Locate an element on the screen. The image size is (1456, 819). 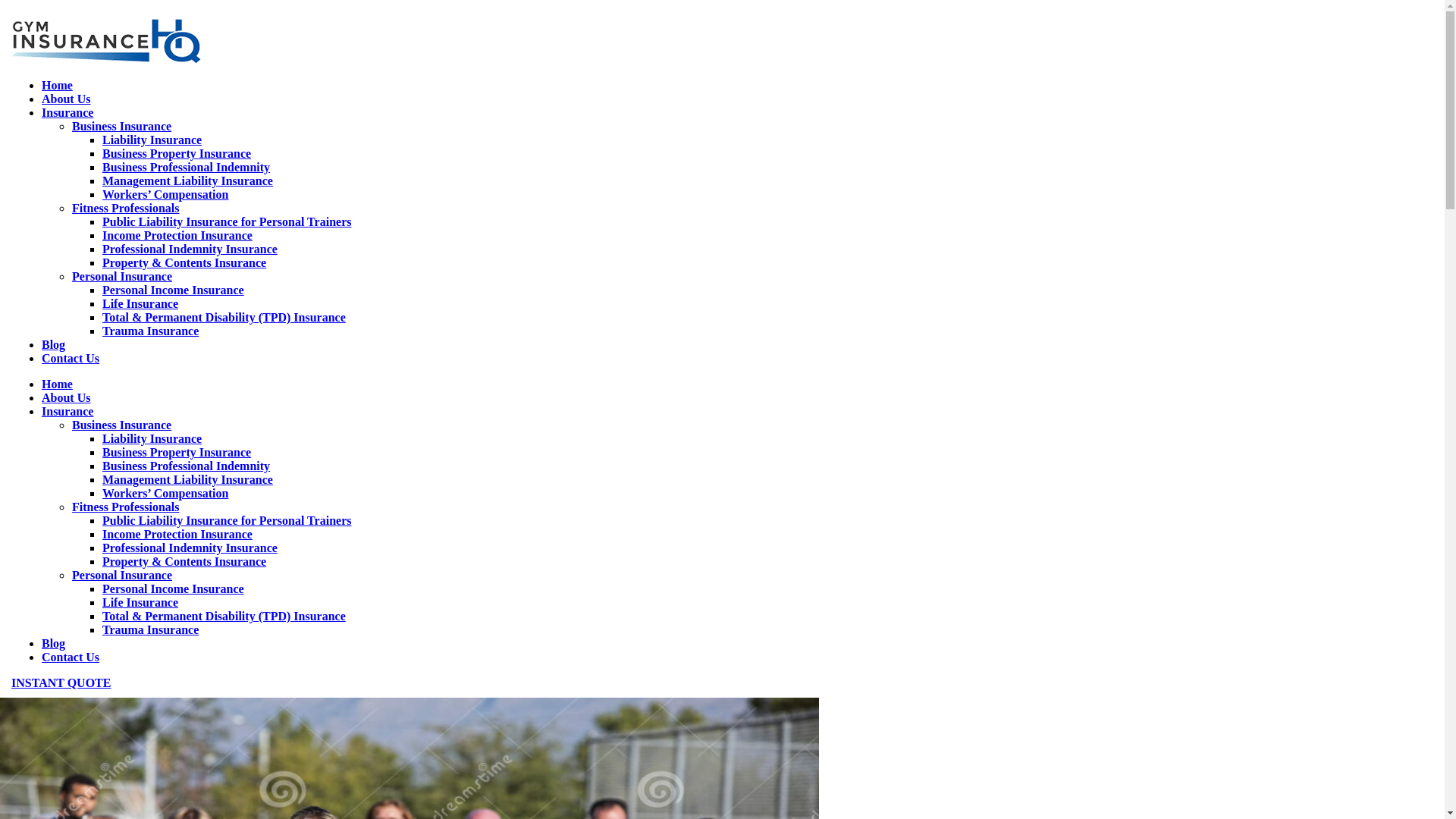
'Home' is located at coordinates (57, 85).